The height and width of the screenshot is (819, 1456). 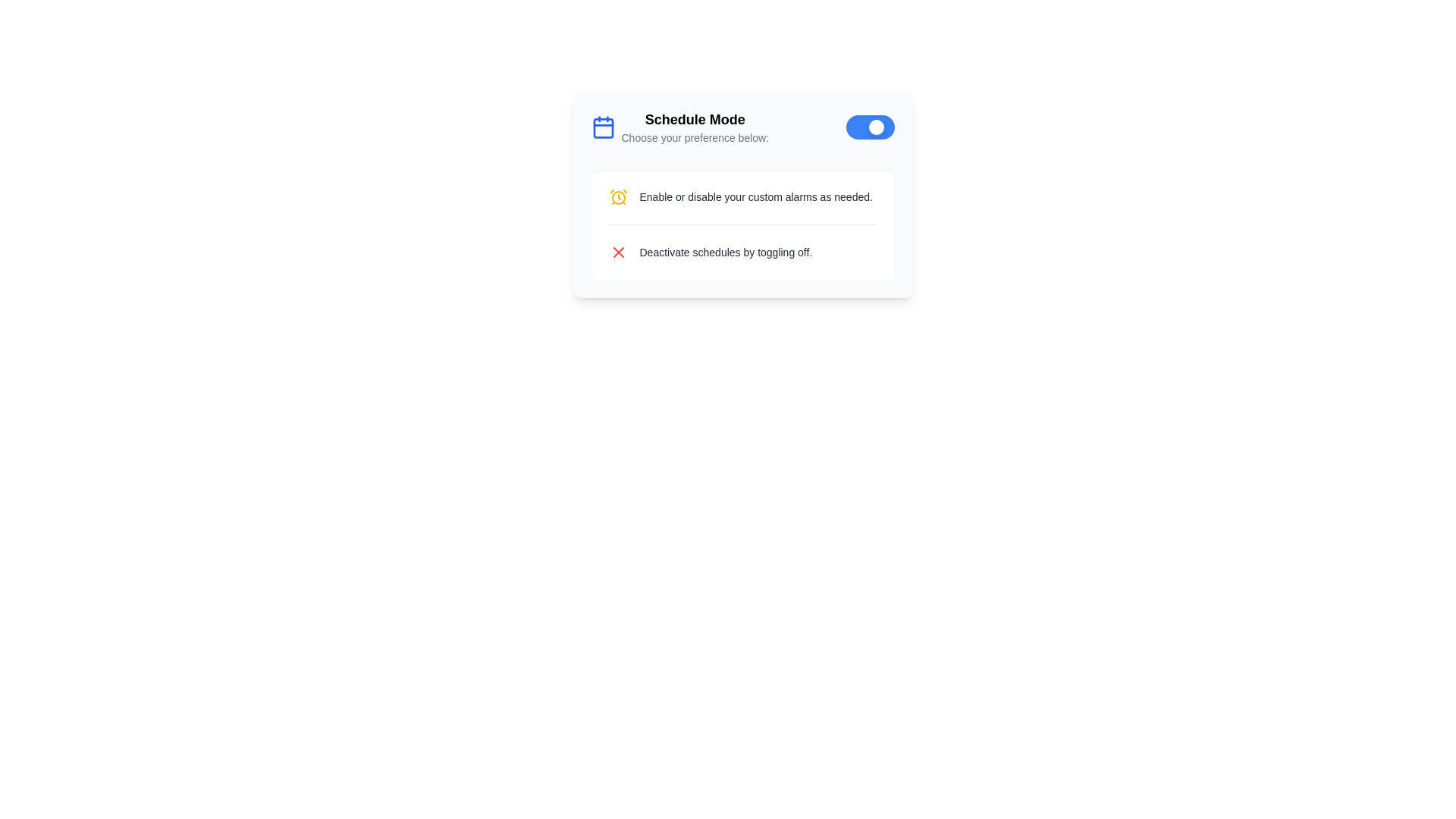 What do you see at coordinates (618, 251) in the screenshot?
I see `the deactivate/delete icon located to the far left of the text 'Deactivate schedules by toggling off.'` at bounding box center [618, 251].